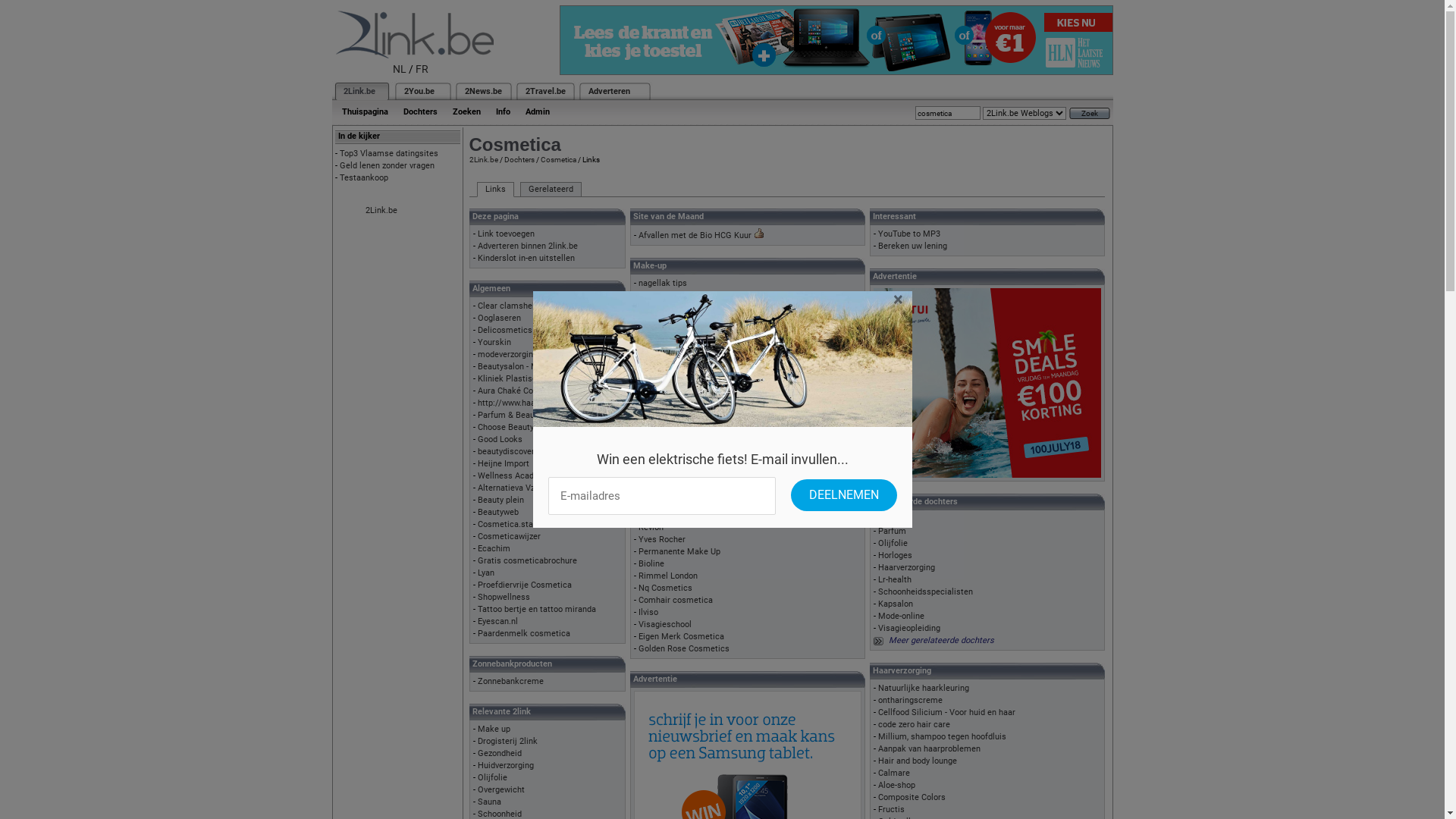 The image size is (1456, 819). Describe the element at coordinates (892, 530) in the screenshot. I see `'Parfum'` at that location.